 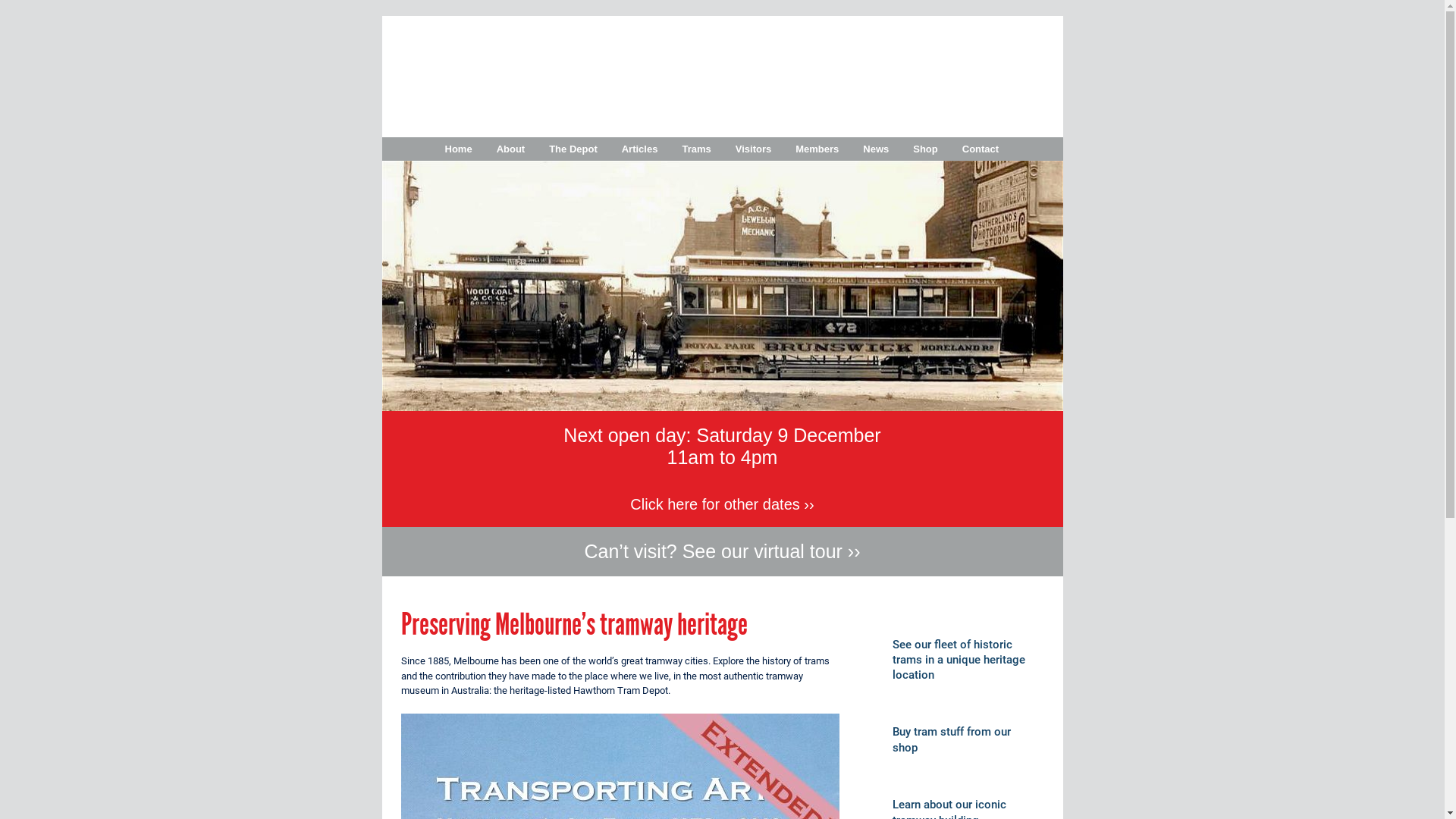 I want to click on 'Subscribe to Melbourne Tram Museum's RSS feed', so click(x=1433, y=202).